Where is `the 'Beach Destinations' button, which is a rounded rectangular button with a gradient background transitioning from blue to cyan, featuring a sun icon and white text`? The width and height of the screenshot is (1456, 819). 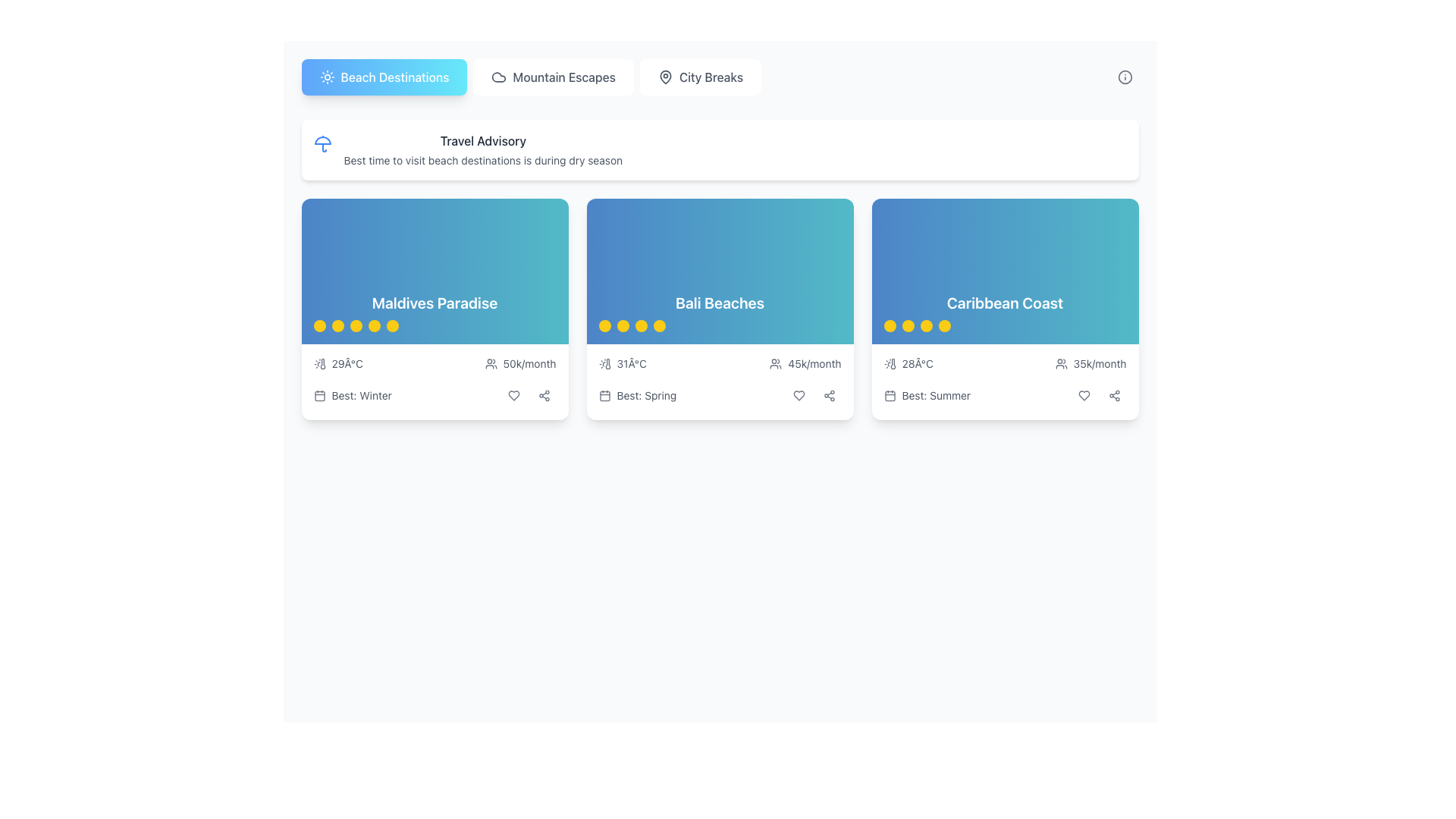 the 'Beach Destinations' button, which is a rounded rectangular button with a gradient background transitioning from blue to cyan, featuring a sun icon and white text is located at coordinates (384, 77).